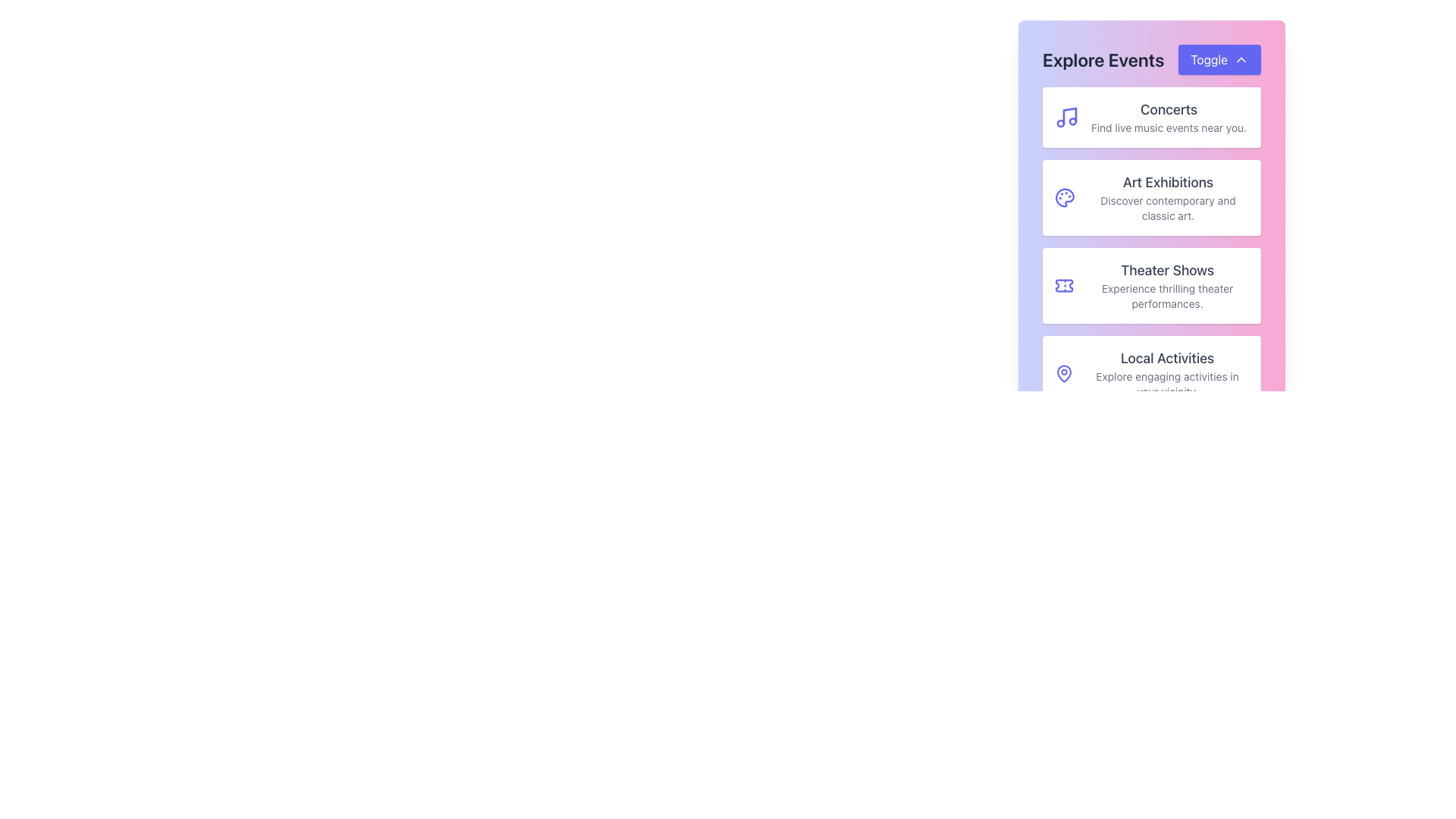 This screenshot has height=819, width=1456. I want to click on the text block titled 'Concerts' which is prominently displayed in large, bold, gray text, located in the first card under the 'Explore Events' section, so click(1168, 116).